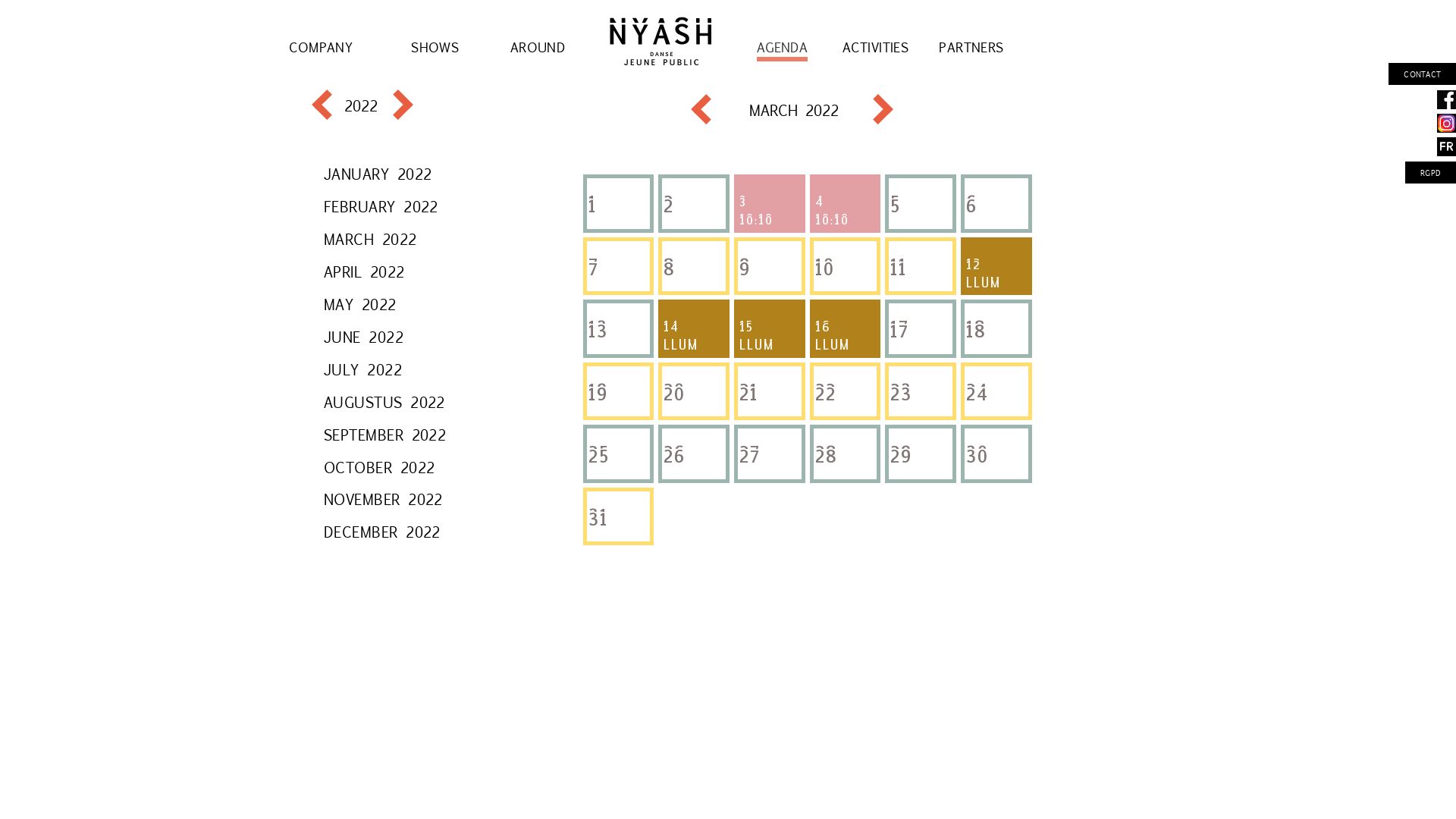  What do you see at coordinates (379, 466) in the screenshot?
I see `'OCTOBER 2022'` at bounding box center [379, 466].